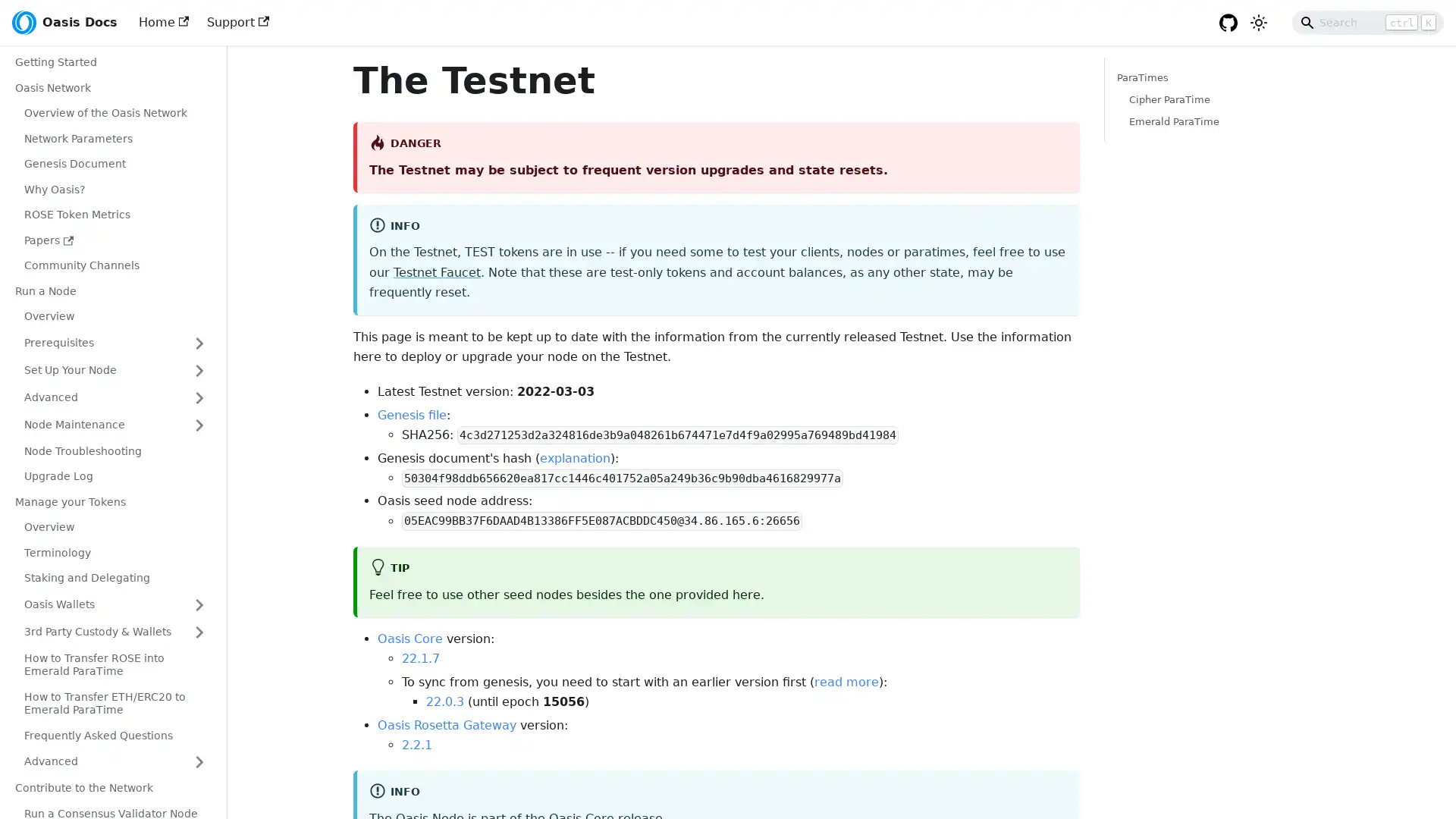  What do you see at coordinates (199, 424) in the screenshot?
I see `Toggle the collapsible sidebar category 'Node Maintenance'` at bounding box center [199, 424].